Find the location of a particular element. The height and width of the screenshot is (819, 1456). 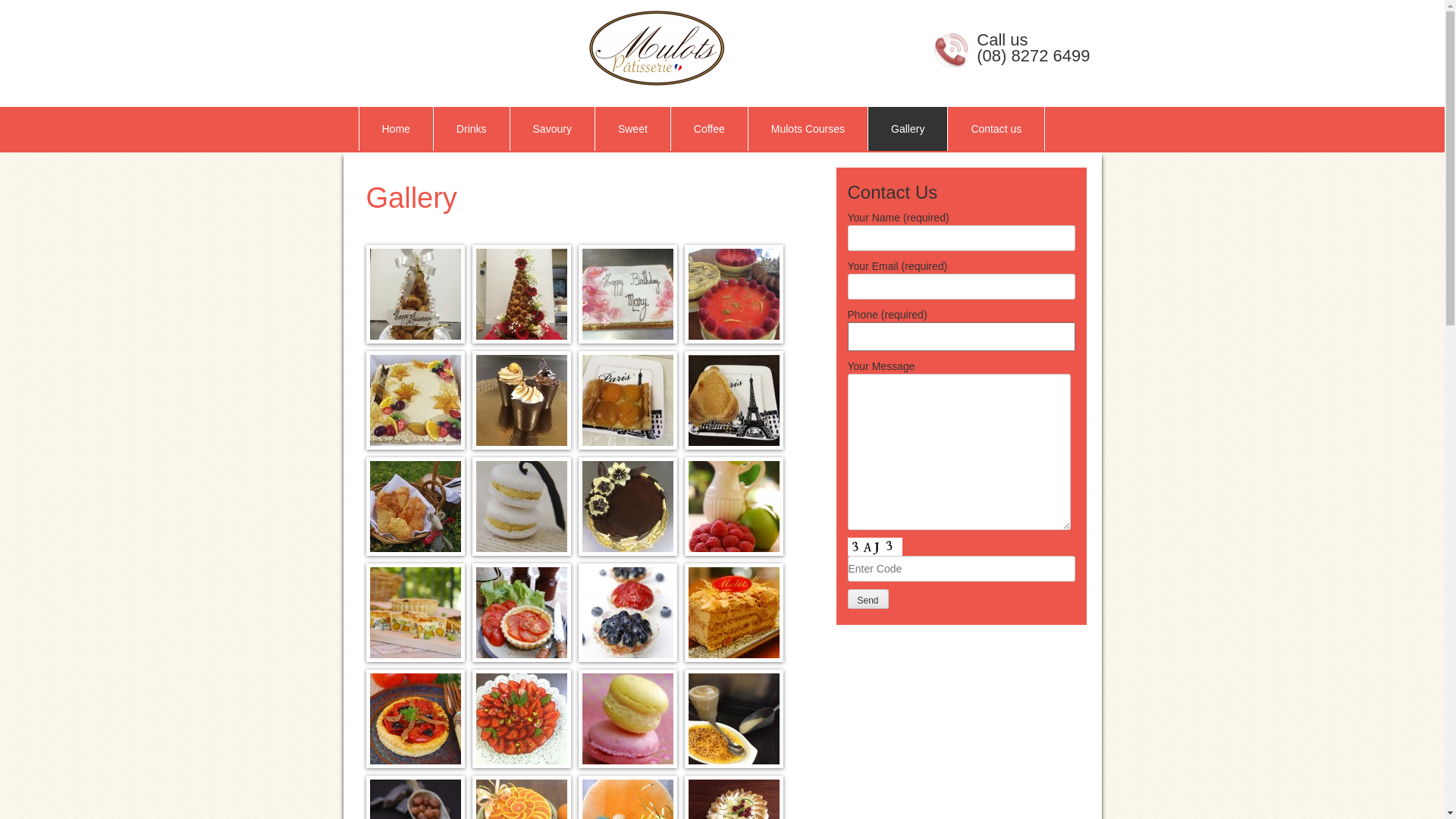

'Mulots Courses' is located at coordinates (807, 127).